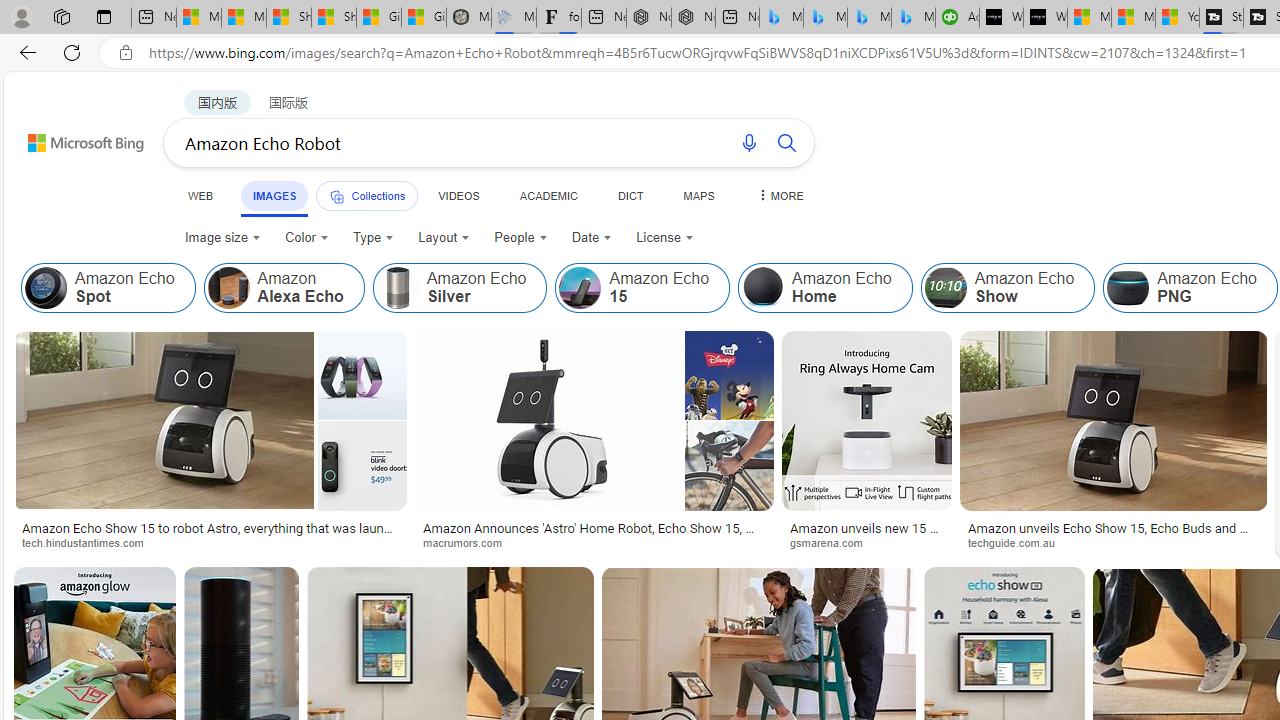  I want to click on 'Amazon Echo Silver', so click(458, 288).